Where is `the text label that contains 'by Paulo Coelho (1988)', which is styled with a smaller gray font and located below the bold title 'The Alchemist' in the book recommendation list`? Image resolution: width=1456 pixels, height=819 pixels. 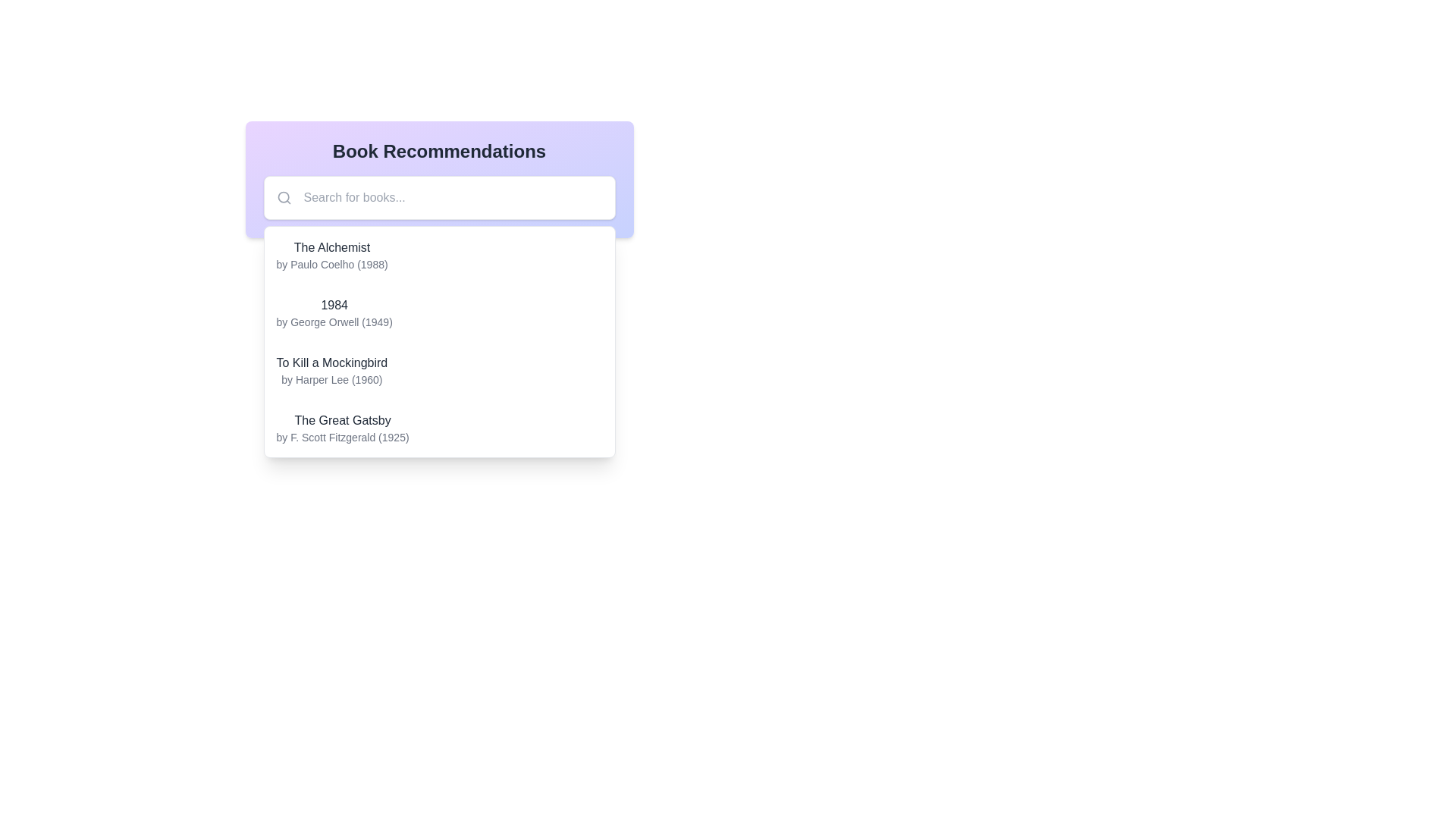 the text label that contains 'by Paulo Coelho (1988)', which is styled with a smaller gray font and located below the bold title 'The Alchemist' in the book recommendation list is located at coordinates (331, 263).